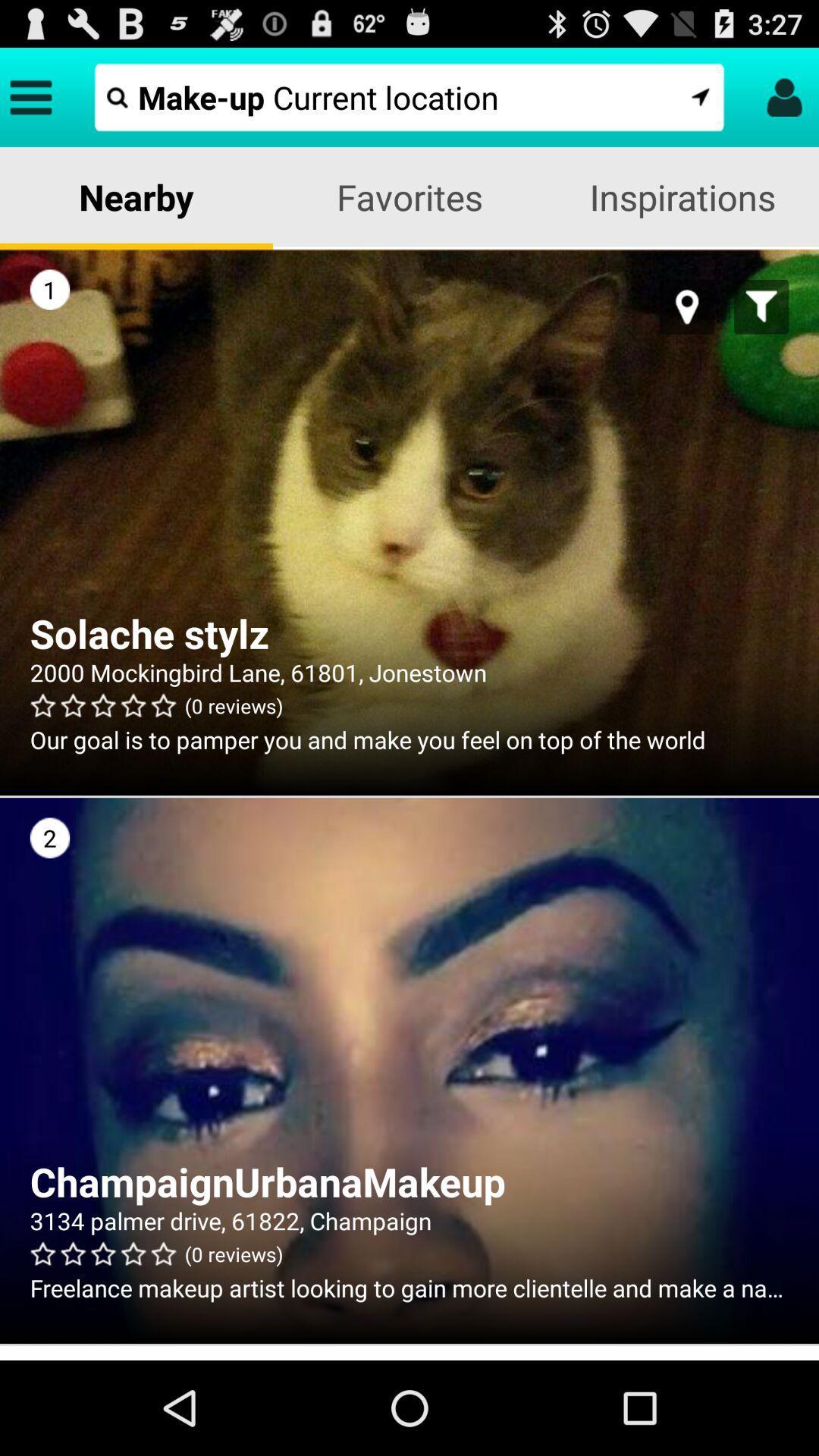  What do you see at coordinates (409, 196) in the screenshot?
I see `the favorites item` at bounding box center [409, 196].